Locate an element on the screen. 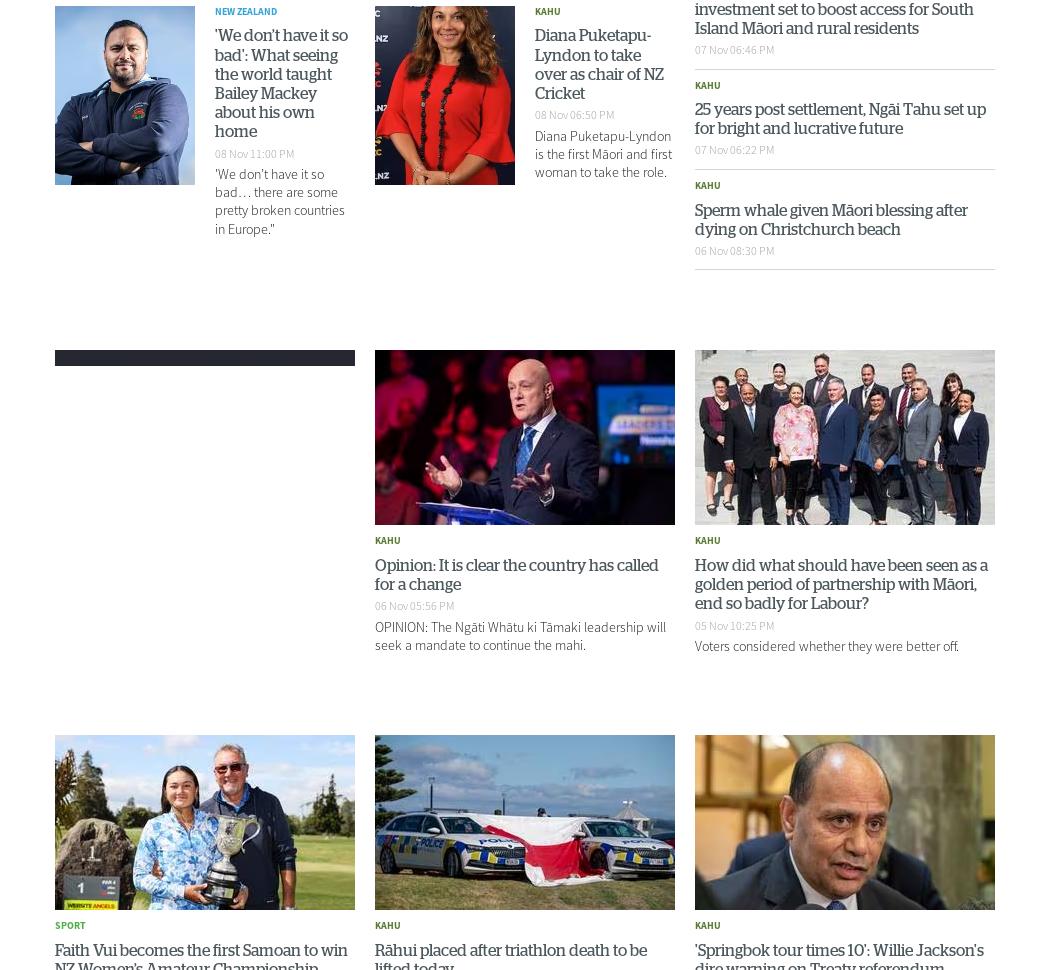  '25 years post settlement, Ngāi Tahu set up for bright and lucrative future' is located at coordinates (840, 119).